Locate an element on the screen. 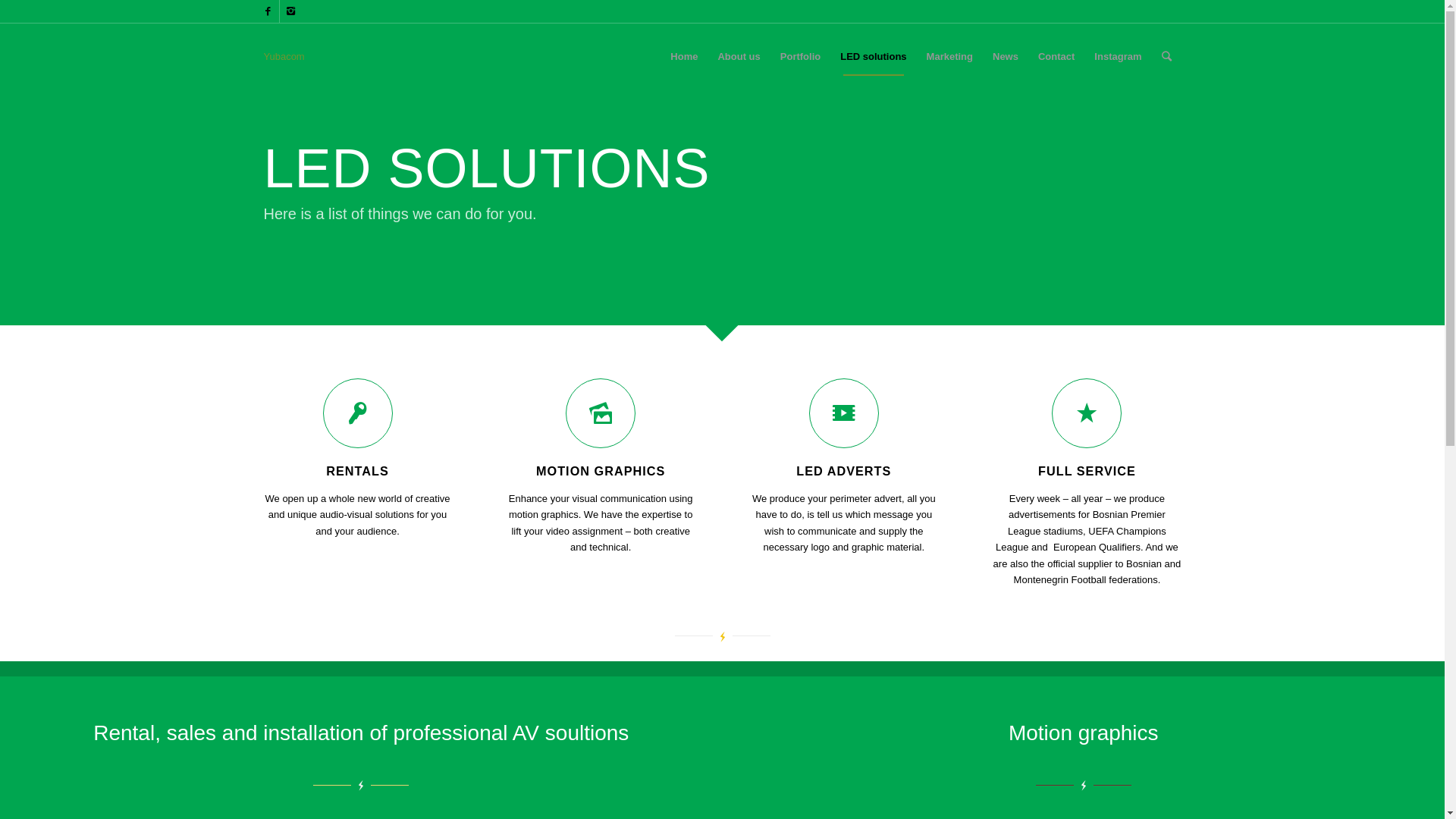 The height and width of the screenshot is (819, 1456). 'Instagram' is located at coordinates (1117, 55).